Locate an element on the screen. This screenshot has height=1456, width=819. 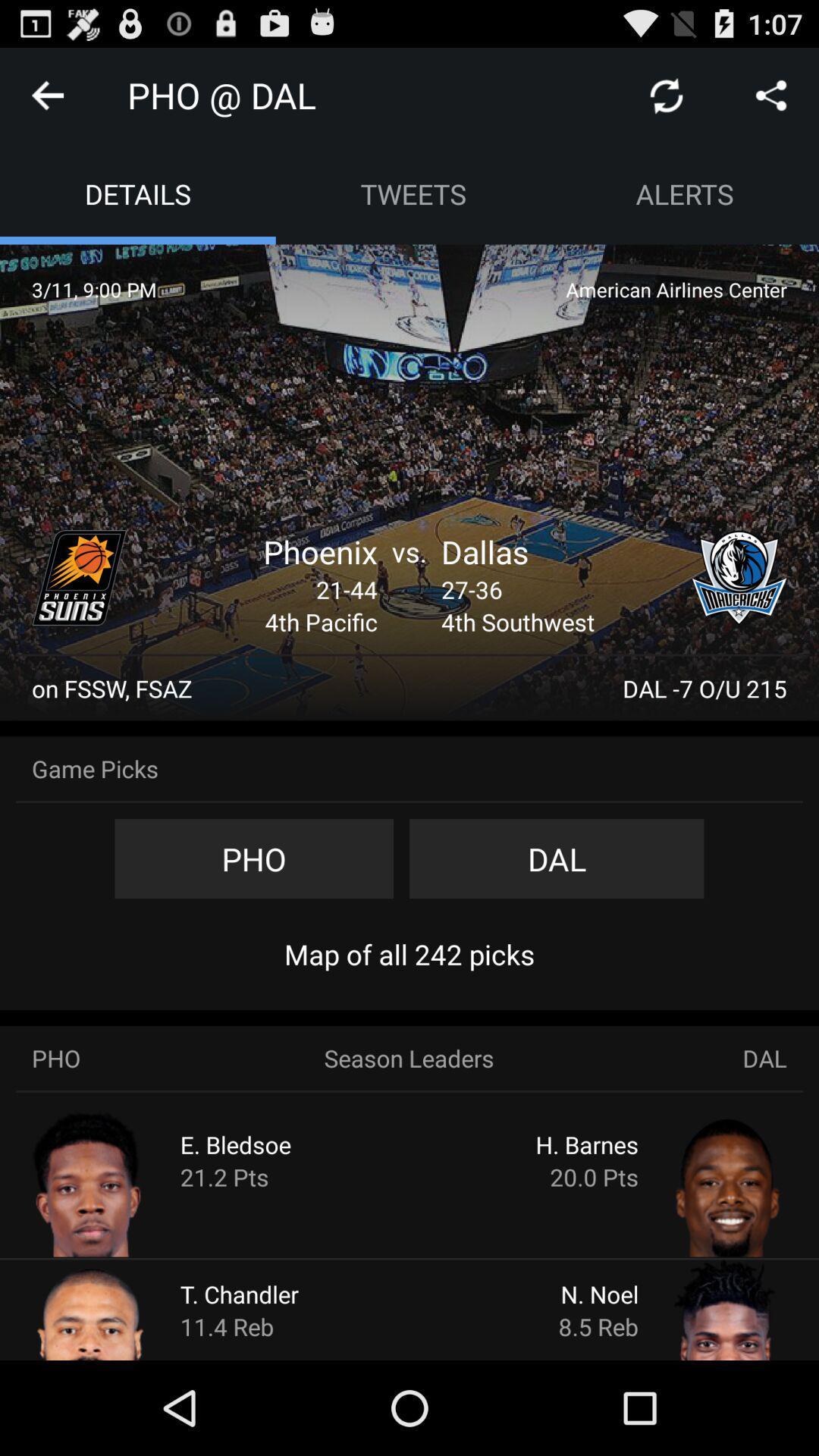
player record is located at coordinates (118, 1182).